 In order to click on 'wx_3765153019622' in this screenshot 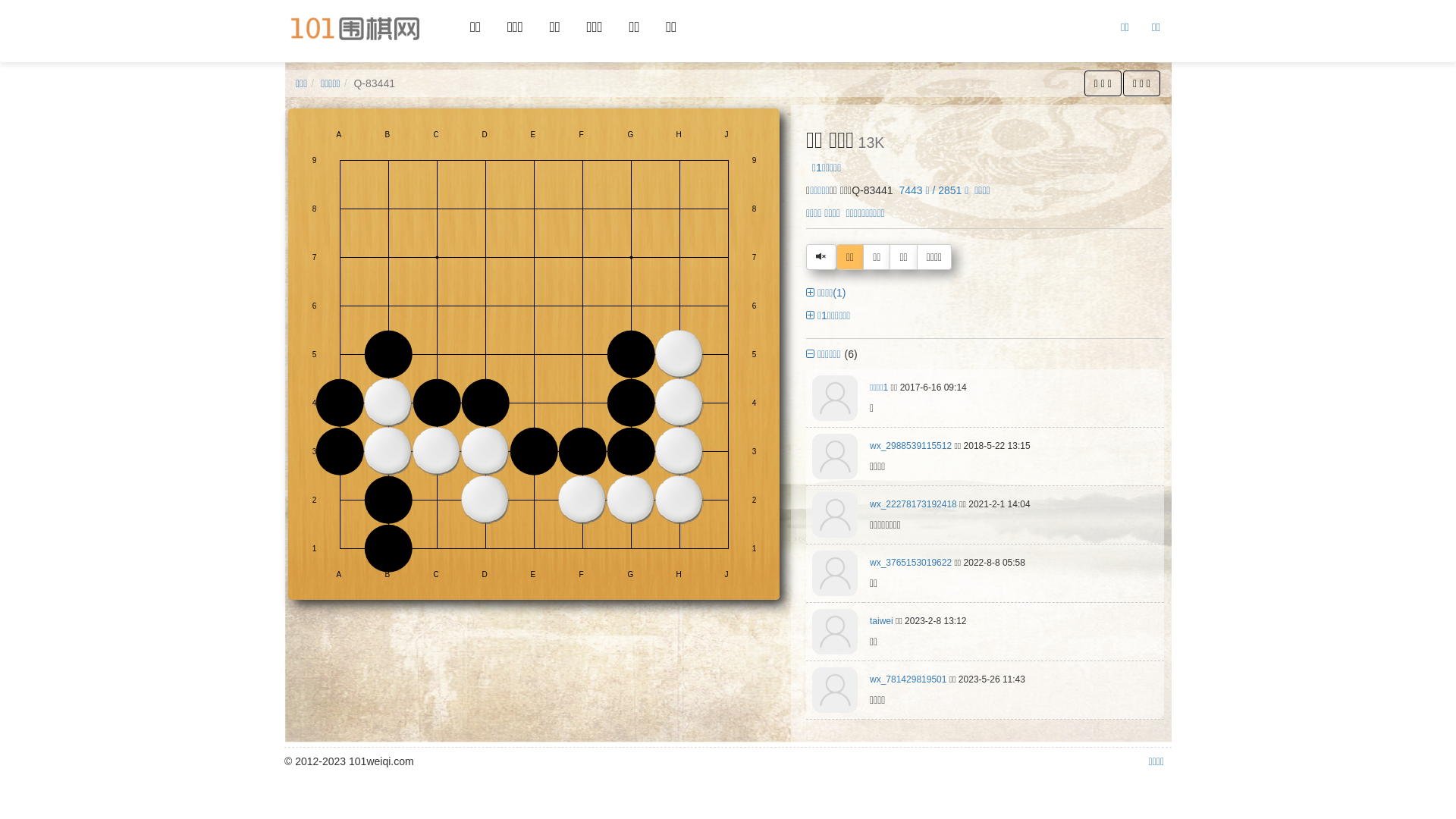, I will do `click(910, 562)`.